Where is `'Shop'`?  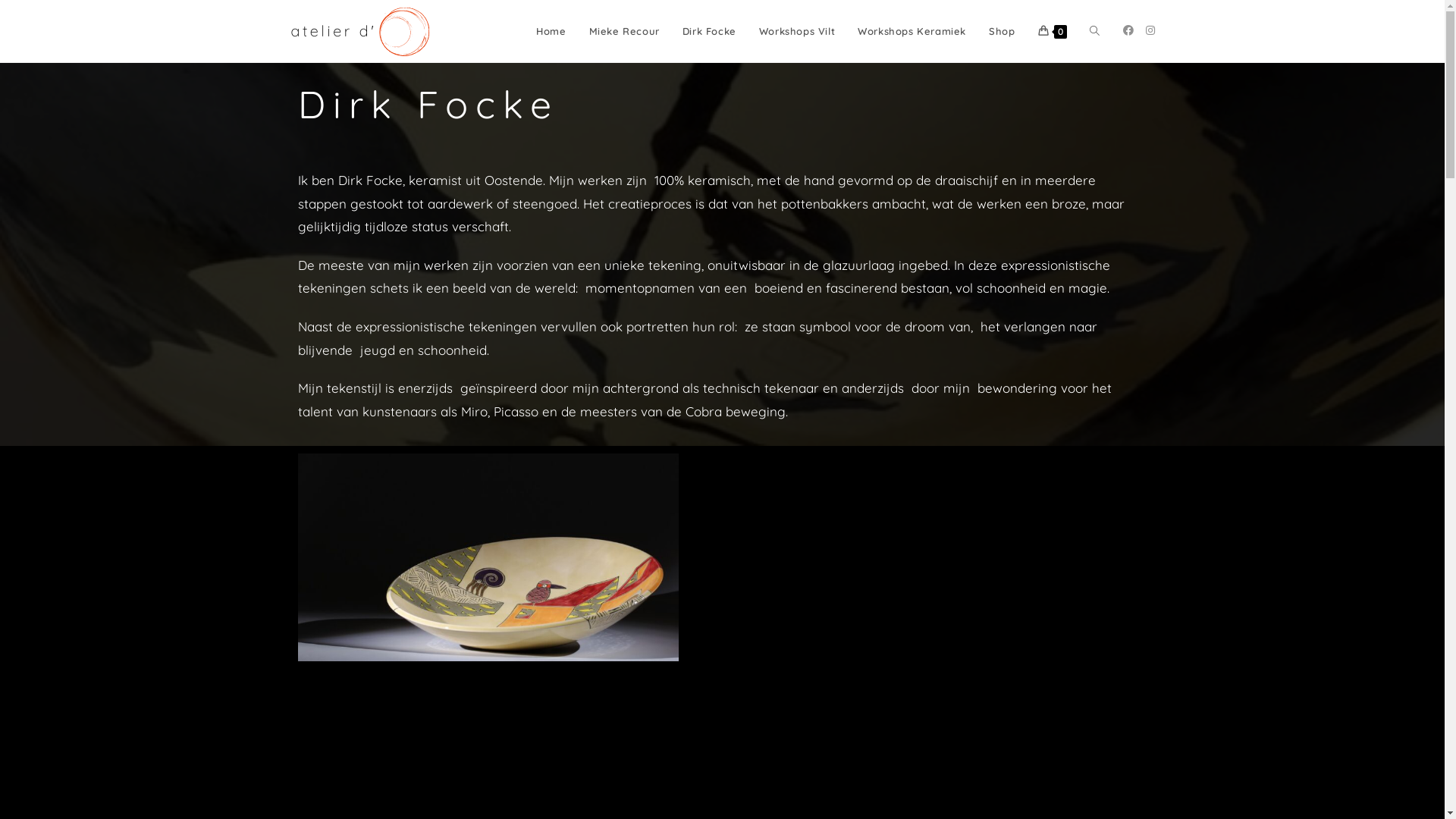 'Shop' is located at coordinates (1001, 31).